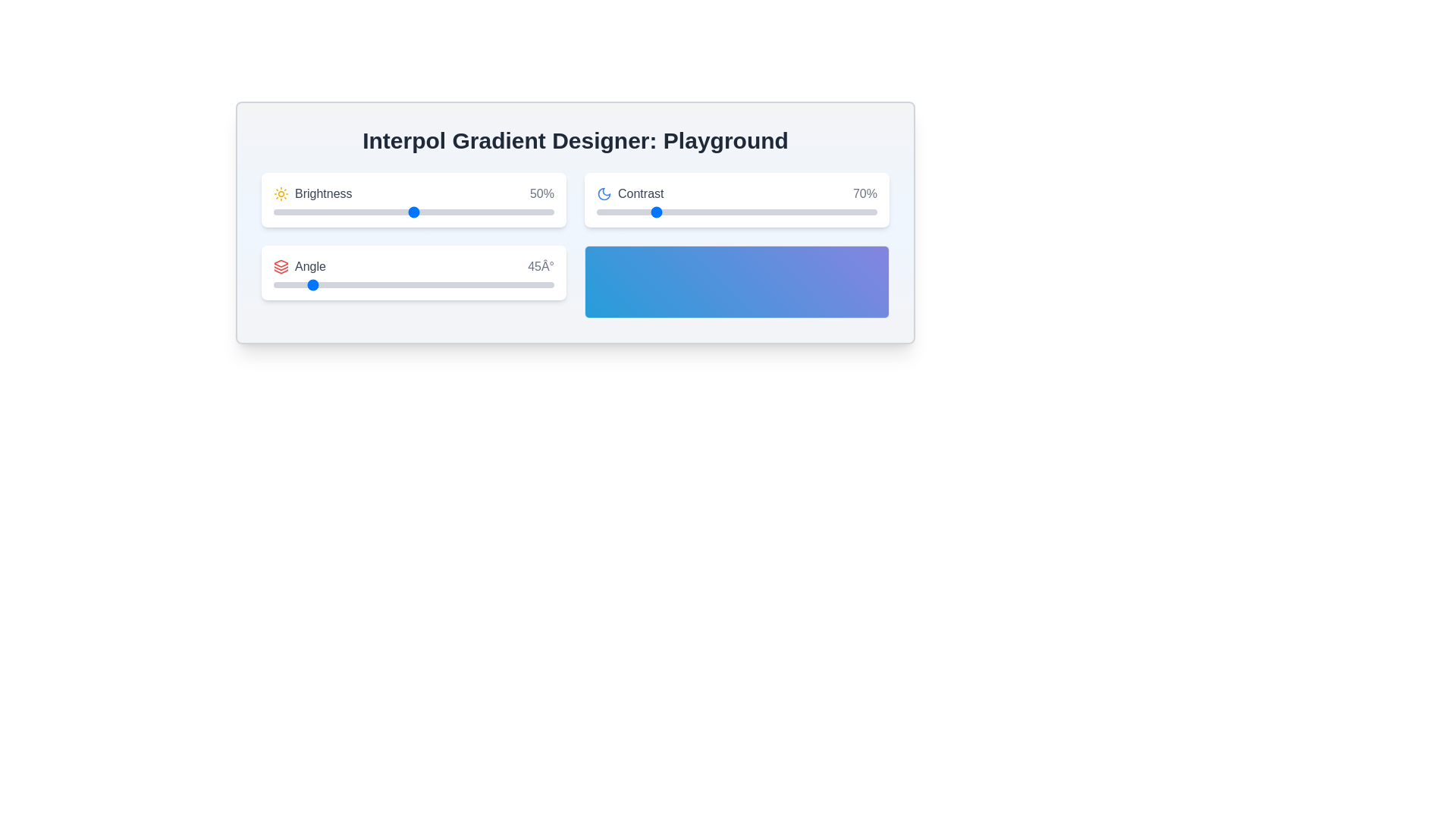  Describe the element at coordinates (438, 212) in the screenshot. I see `brightness level` at that location.